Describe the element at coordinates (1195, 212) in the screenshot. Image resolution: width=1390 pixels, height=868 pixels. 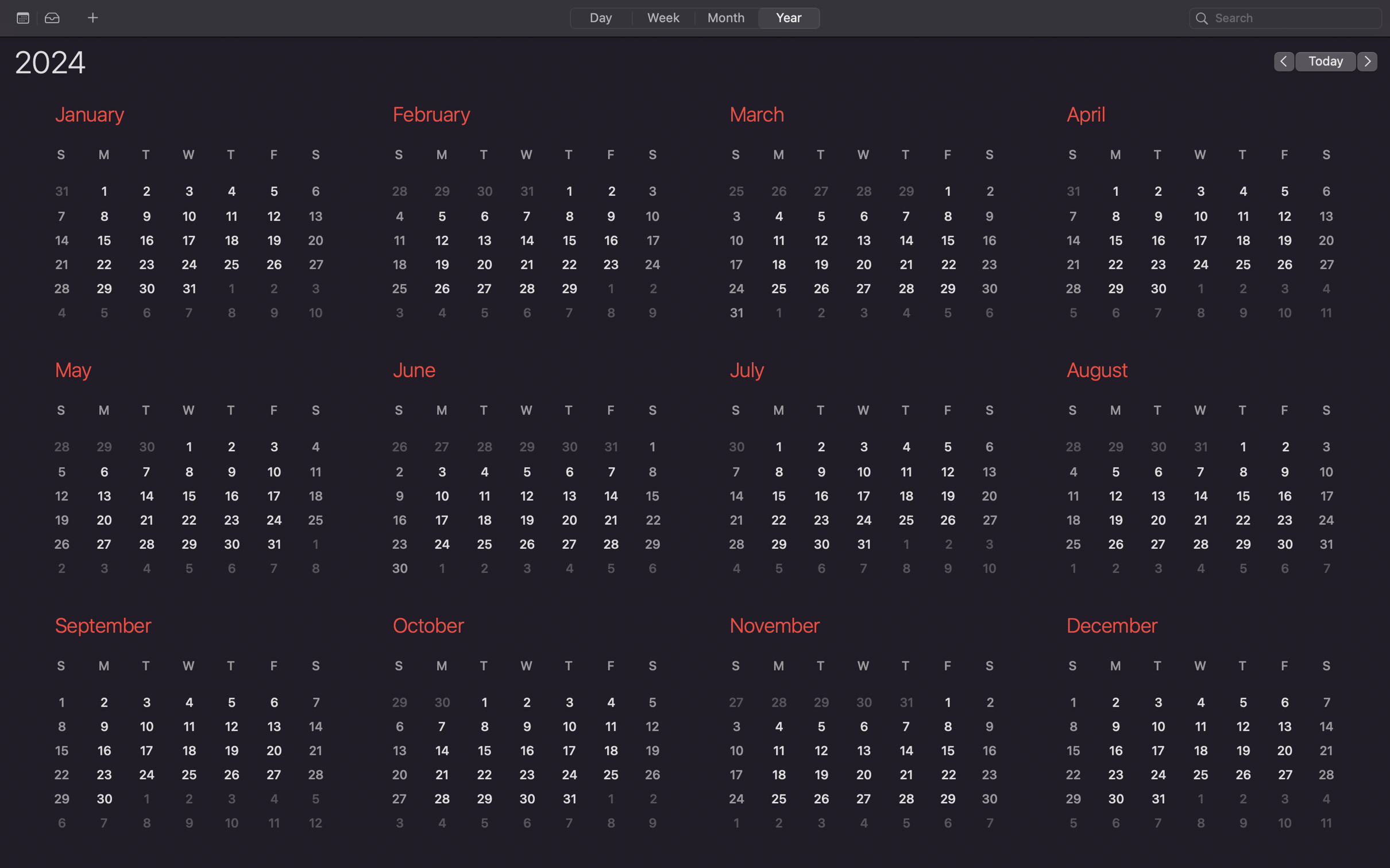
I see `Enlarge the April month"s calendar for better readability` at that location.